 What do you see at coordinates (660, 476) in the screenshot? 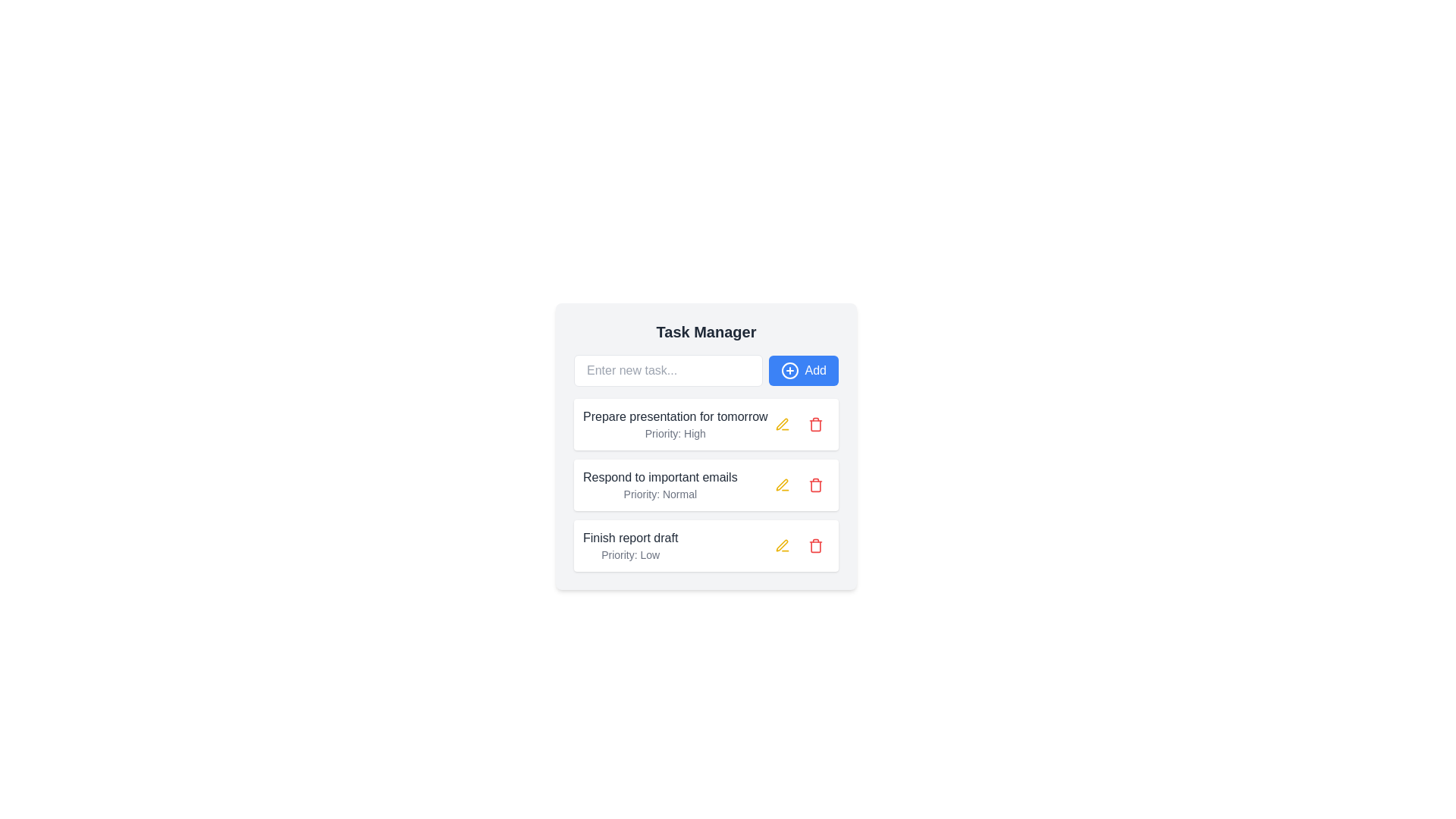
I see `the main task title in the task management interface, which is positioned above the priority indicator and is the central element of the second list item` at bounding box center [660, 476].